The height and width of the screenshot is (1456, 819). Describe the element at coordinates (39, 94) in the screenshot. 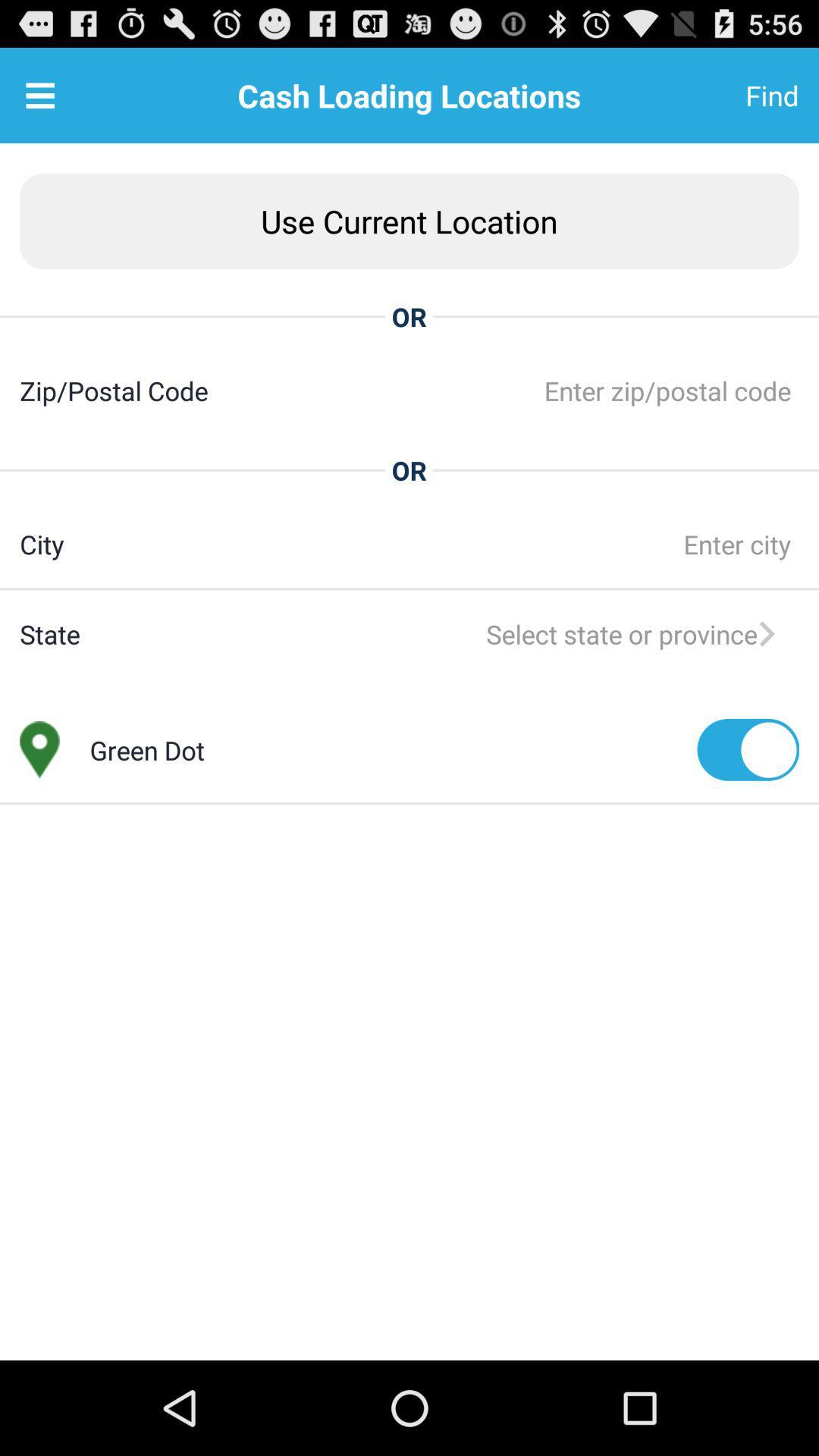

I see `item to the left of the cash loading locations` at that location.